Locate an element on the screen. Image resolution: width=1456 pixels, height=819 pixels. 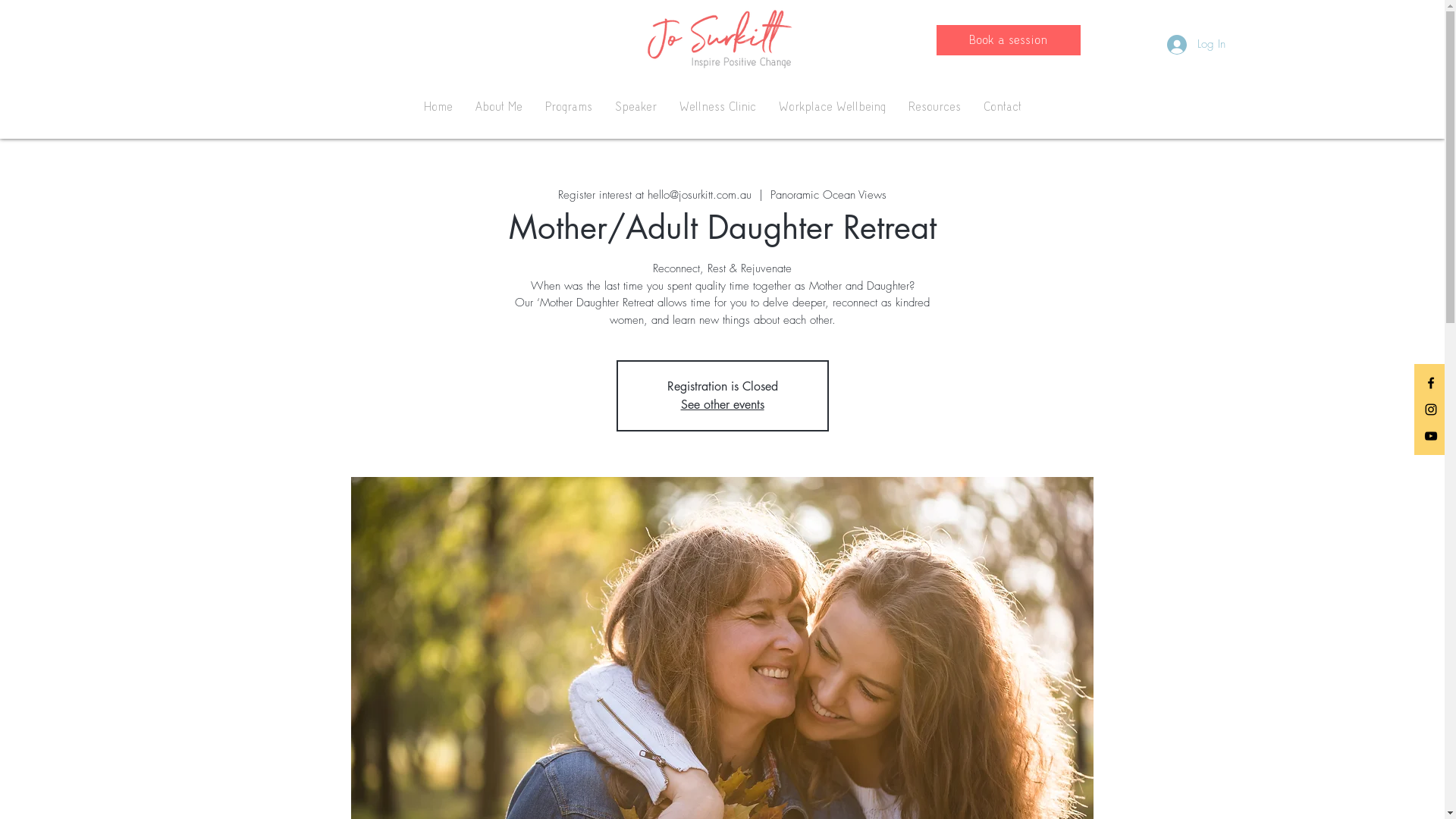
'Wellness Clinic' is located at coordinates (667, 106).